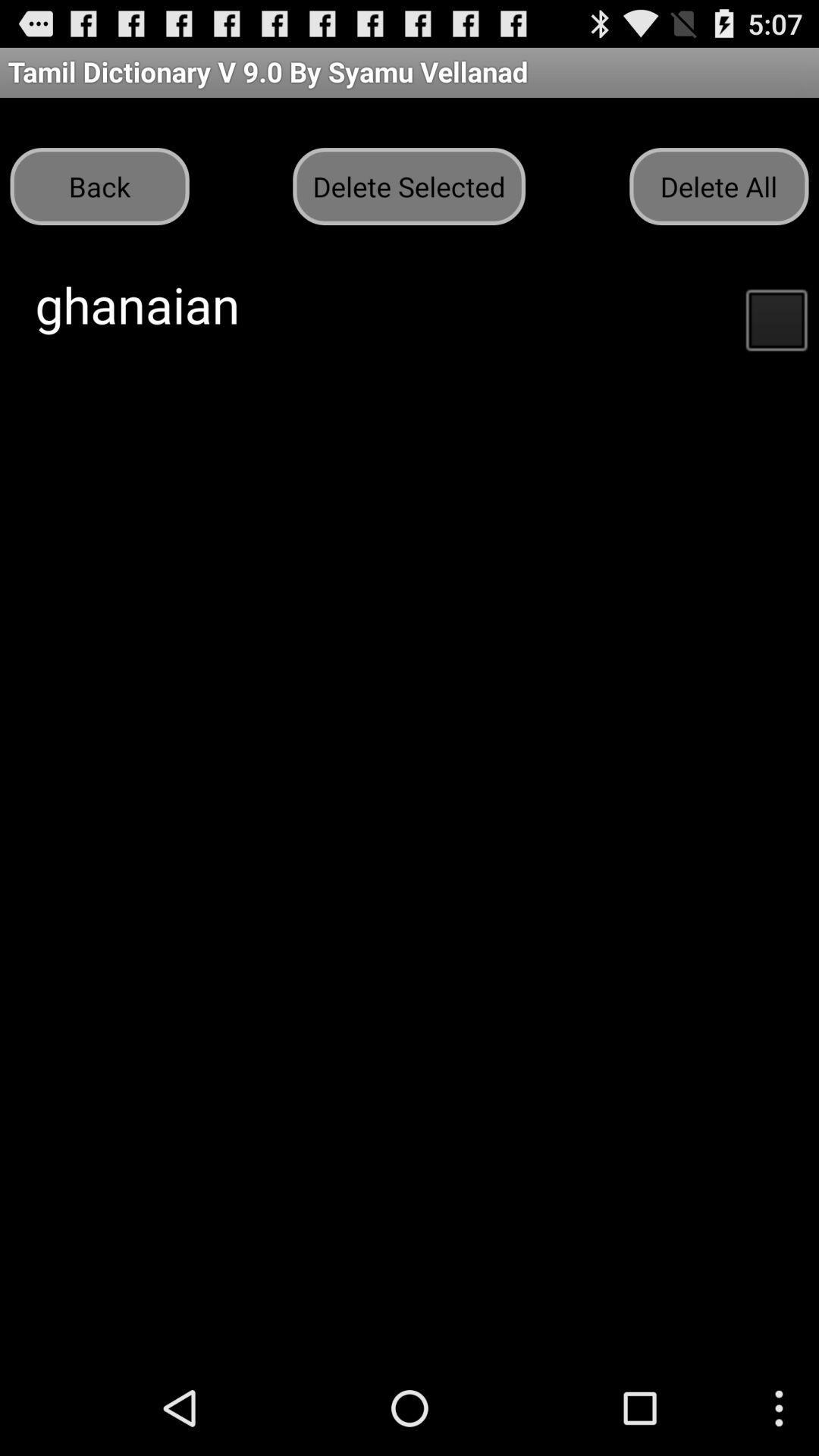 The height and width of the screenshot is (1456, 819). Describe the element at coordinates (776, 318) in the screenshot. I see `option` at that location.